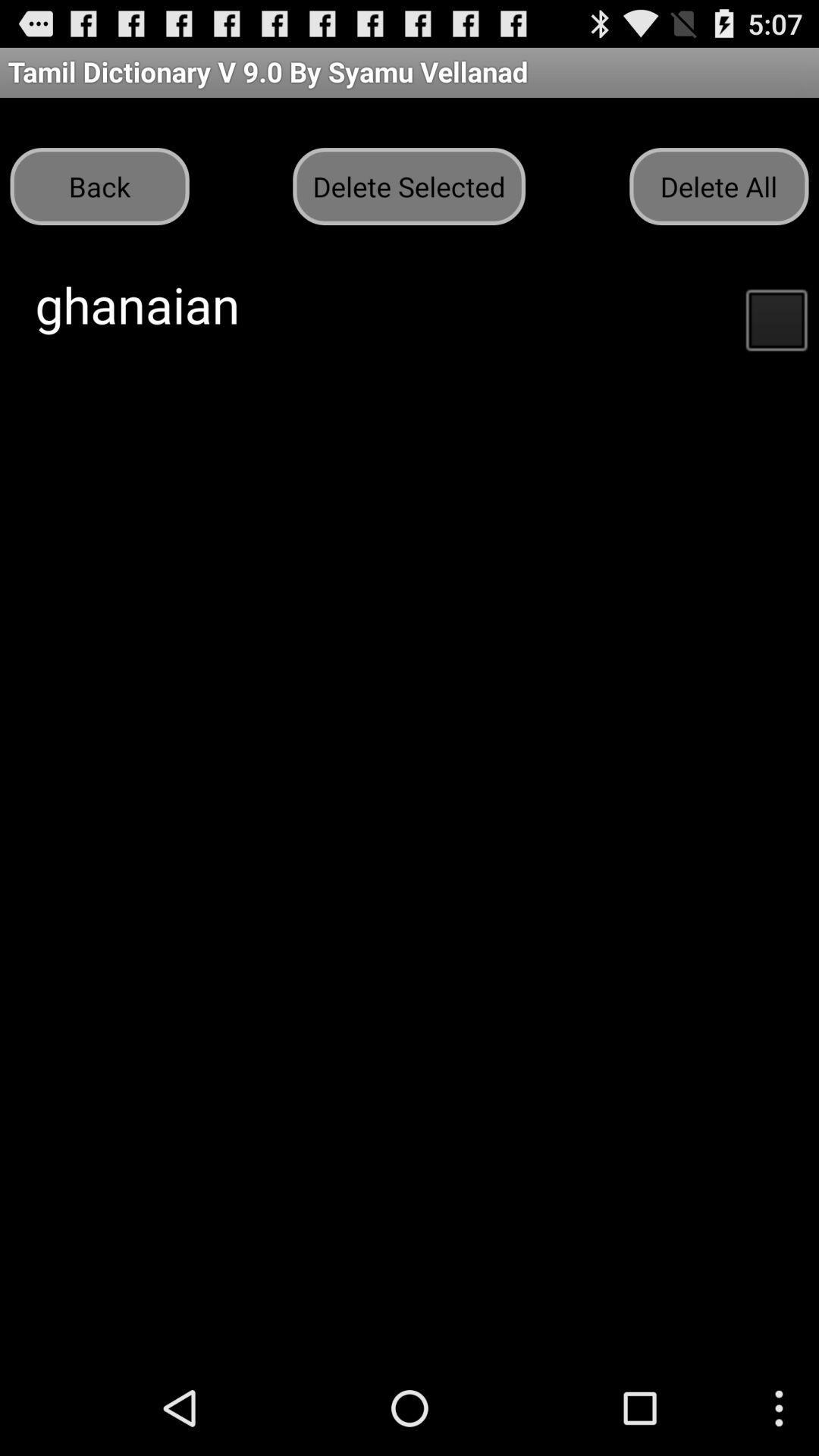 The height and width of the screenshot is (1456, 819). Describe the element at coordinates (776, 318) in the screenshot. I see `option` at that location.